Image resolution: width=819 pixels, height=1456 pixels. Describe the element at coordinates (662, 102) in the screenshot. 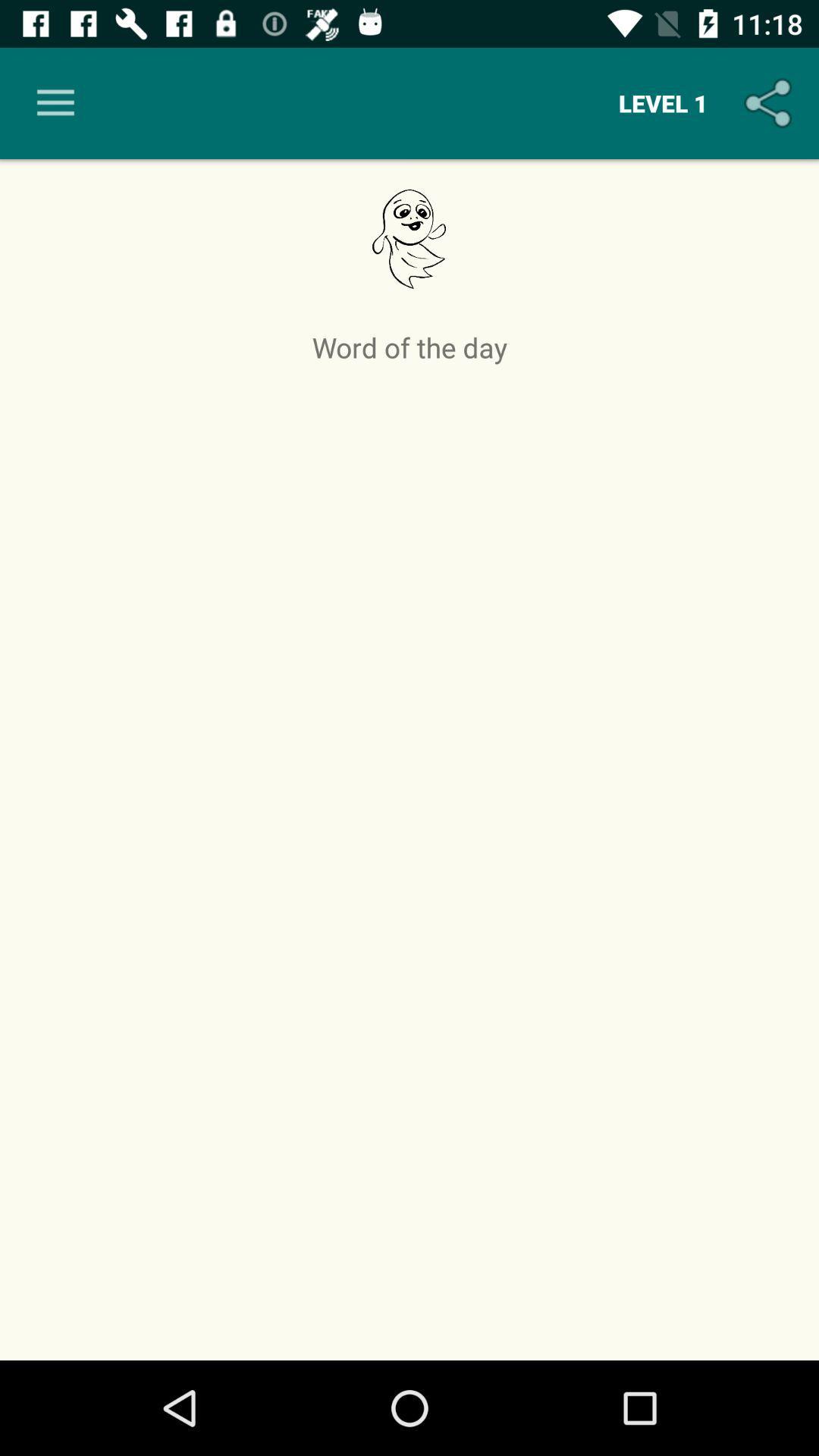

I see `the level 1 icon` at that location.